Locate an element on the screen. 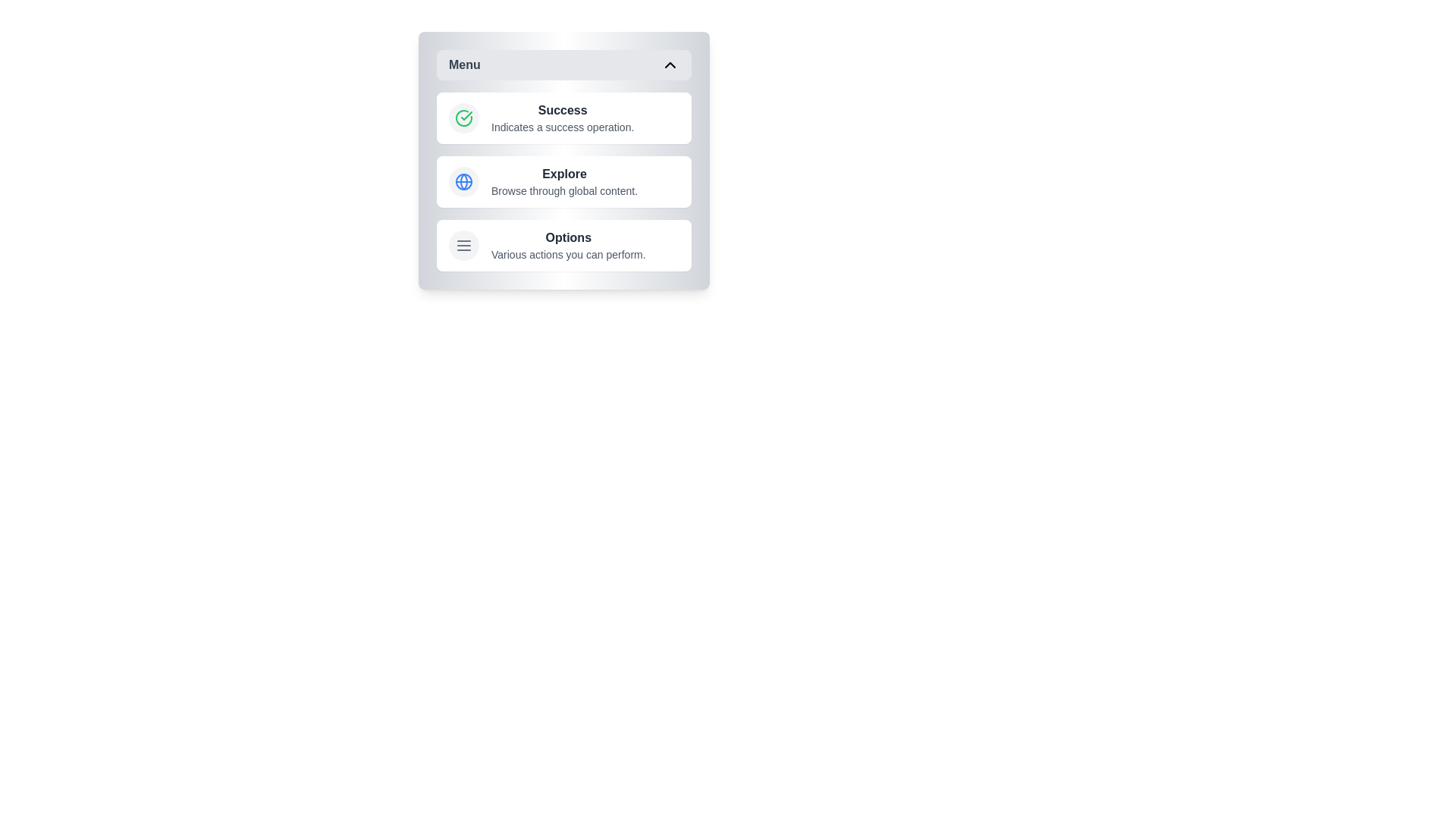  the menu item labeled Explore is located at coordinates (563, 180).